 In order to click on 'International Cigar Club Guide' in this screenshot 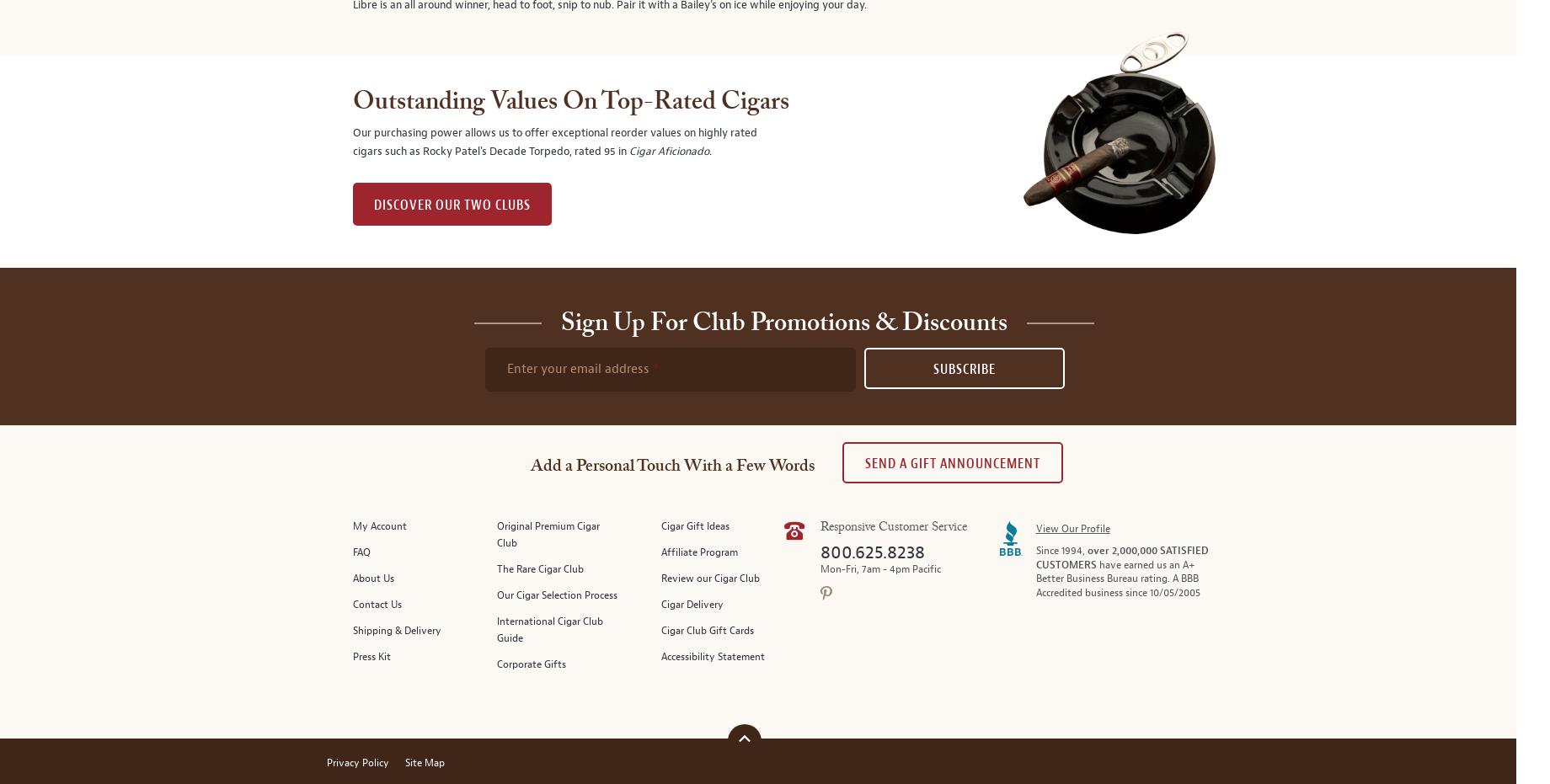, I will do `click(548, 630)`.